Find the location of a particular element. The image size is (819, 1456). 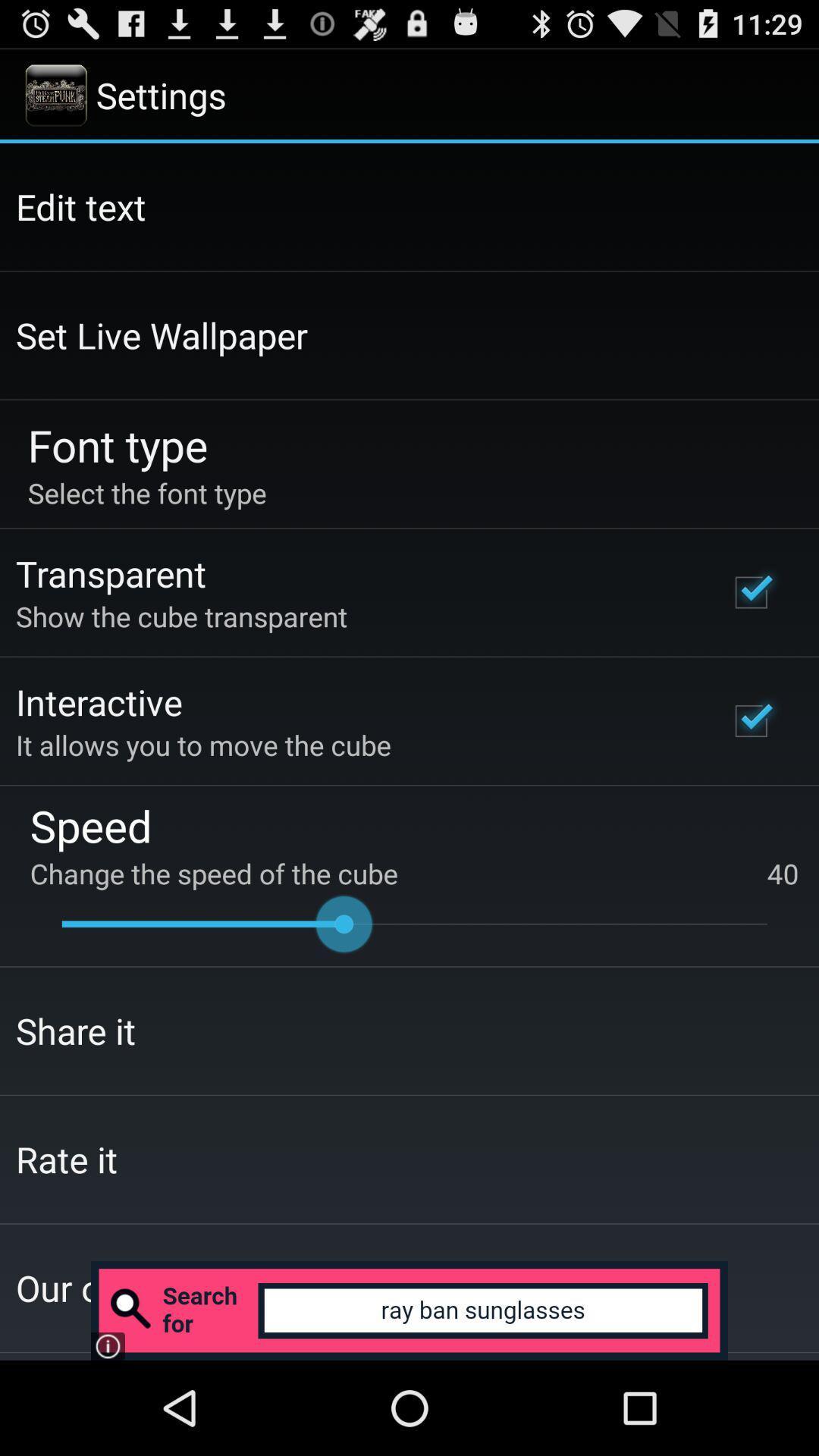

app below the edit text item is located at coordinates (162, 334).